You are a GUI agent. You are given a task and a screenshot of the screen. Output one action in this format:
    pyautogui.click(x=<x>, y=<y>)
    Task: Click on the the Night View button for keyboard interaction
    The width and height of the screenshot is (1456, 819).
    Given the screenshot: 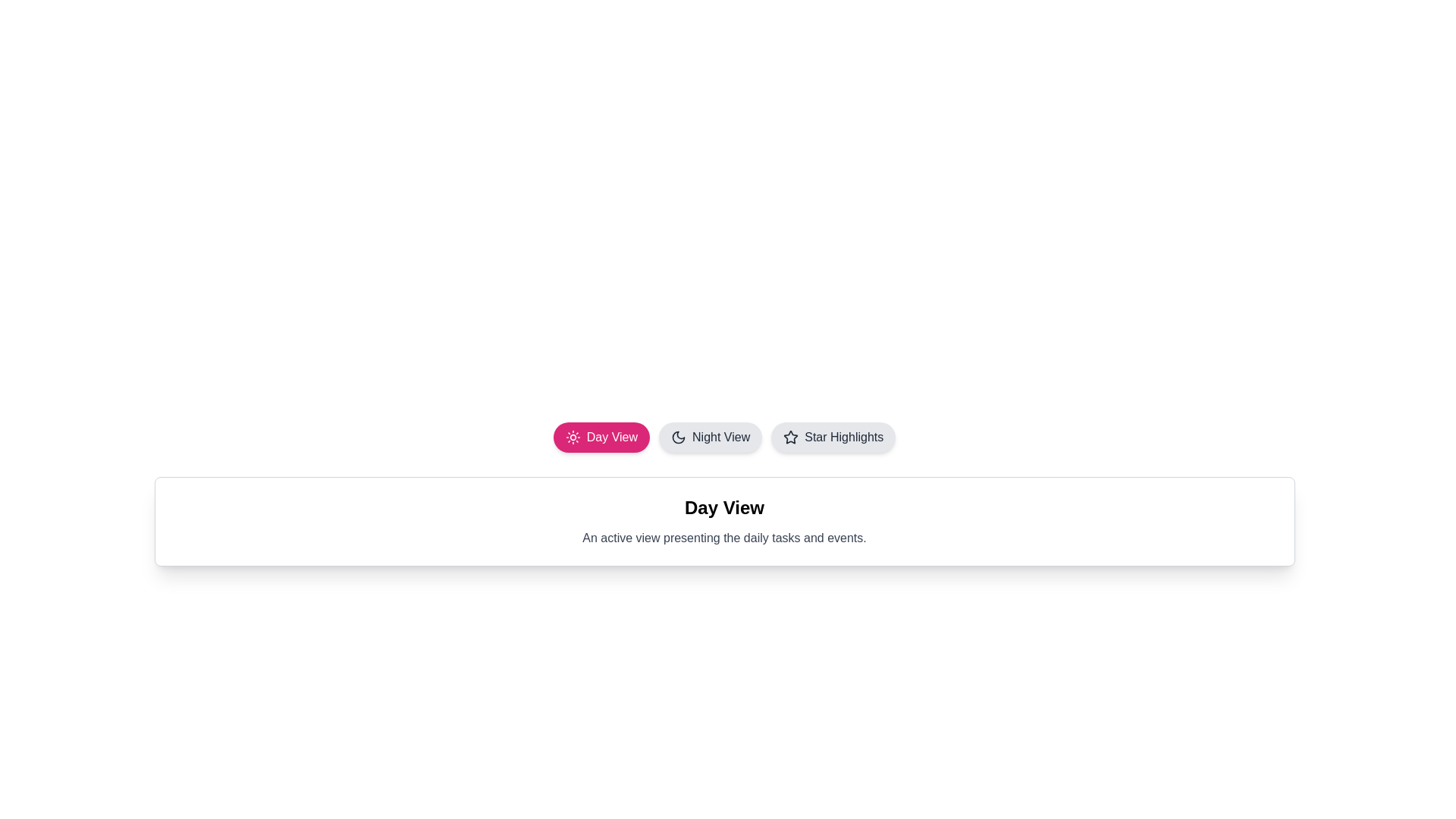 What is the action you would take?
    pyautogui.click(x=709, y=438)
    